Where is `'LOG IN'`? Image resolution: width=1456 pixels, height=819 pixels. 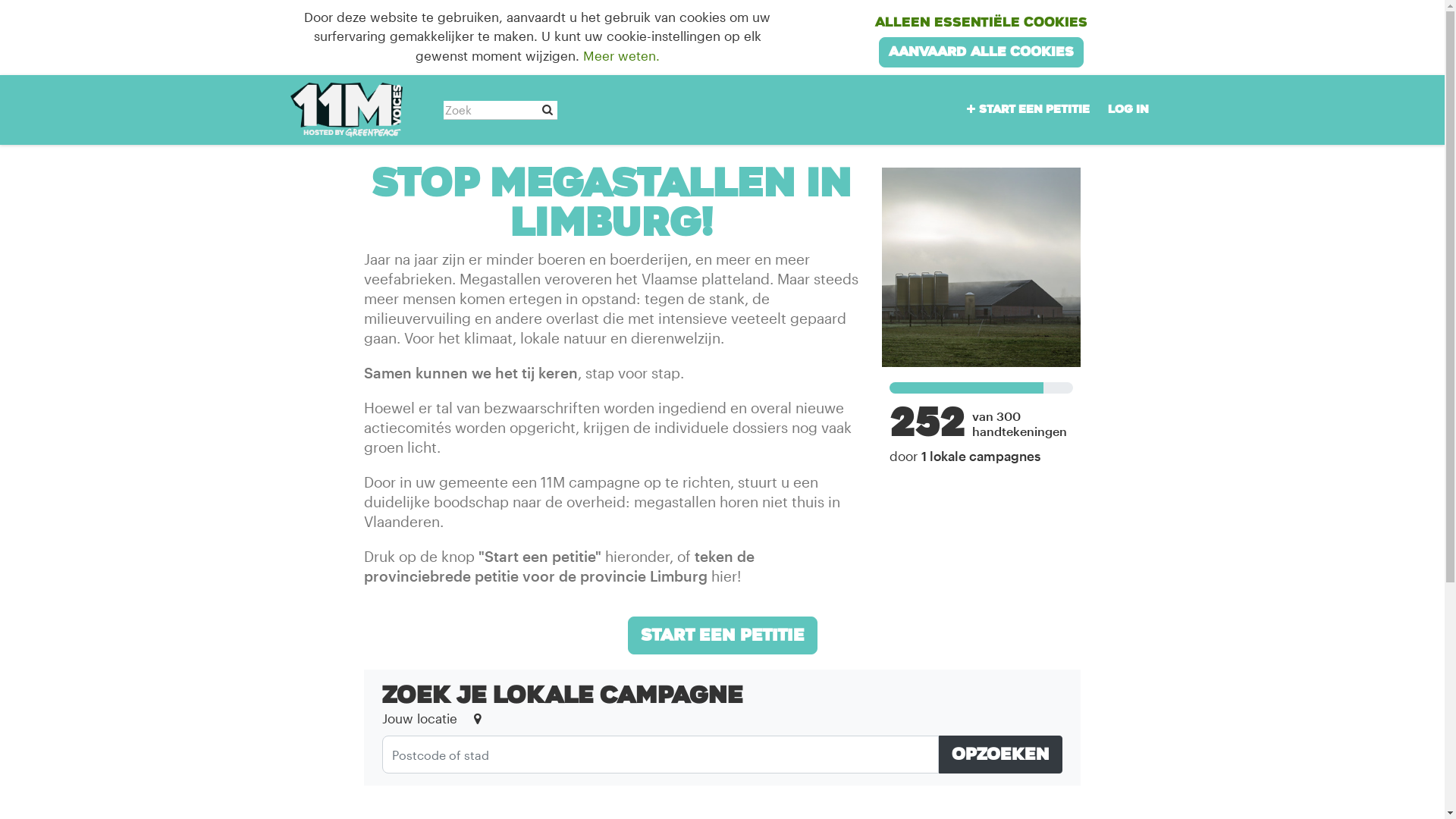
'LOG IN' is located at coordinates (1128, 108).